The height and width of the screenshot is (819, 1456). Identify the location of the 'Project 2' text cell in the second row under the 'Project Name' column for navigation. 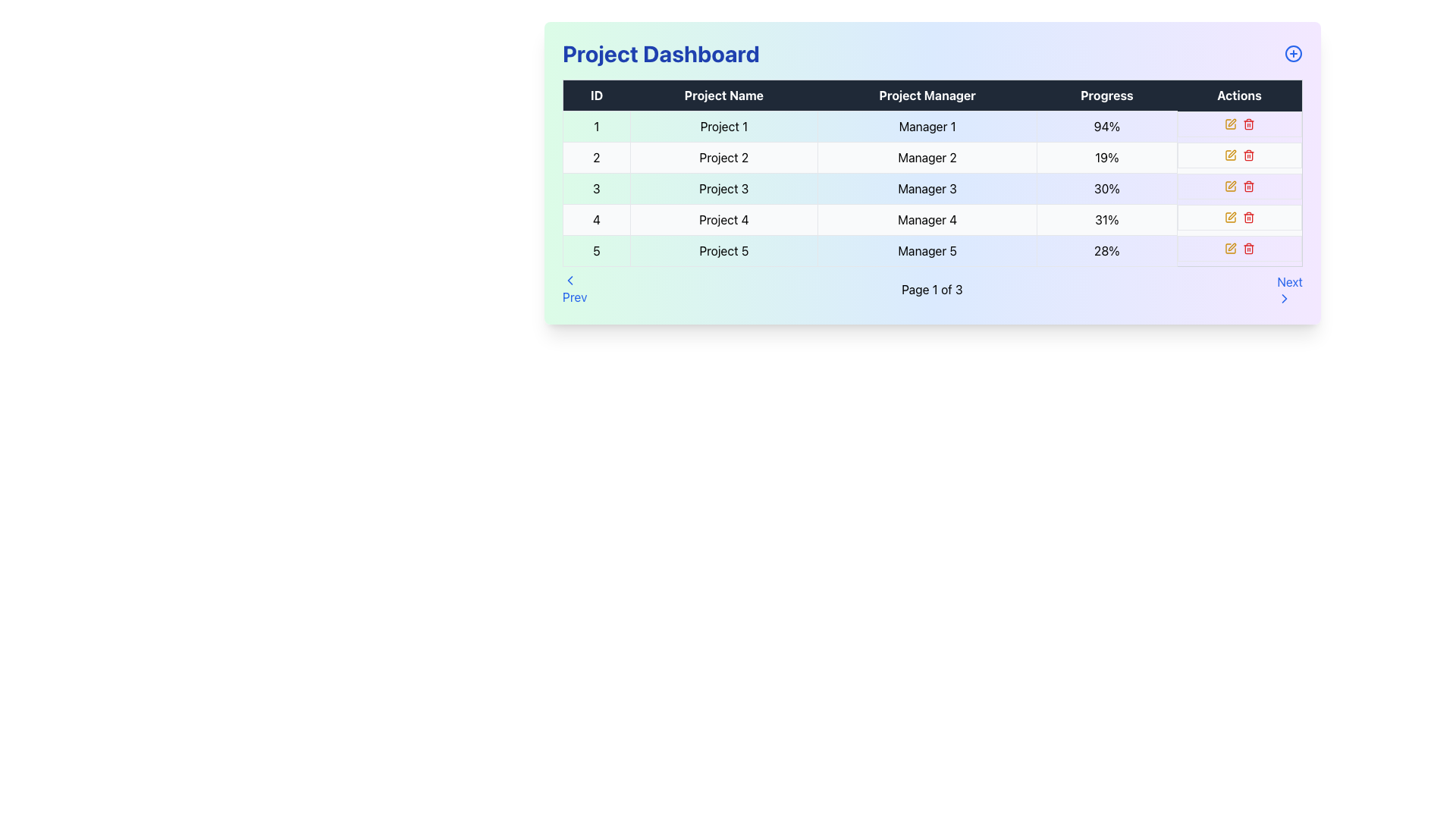
(723, 158).